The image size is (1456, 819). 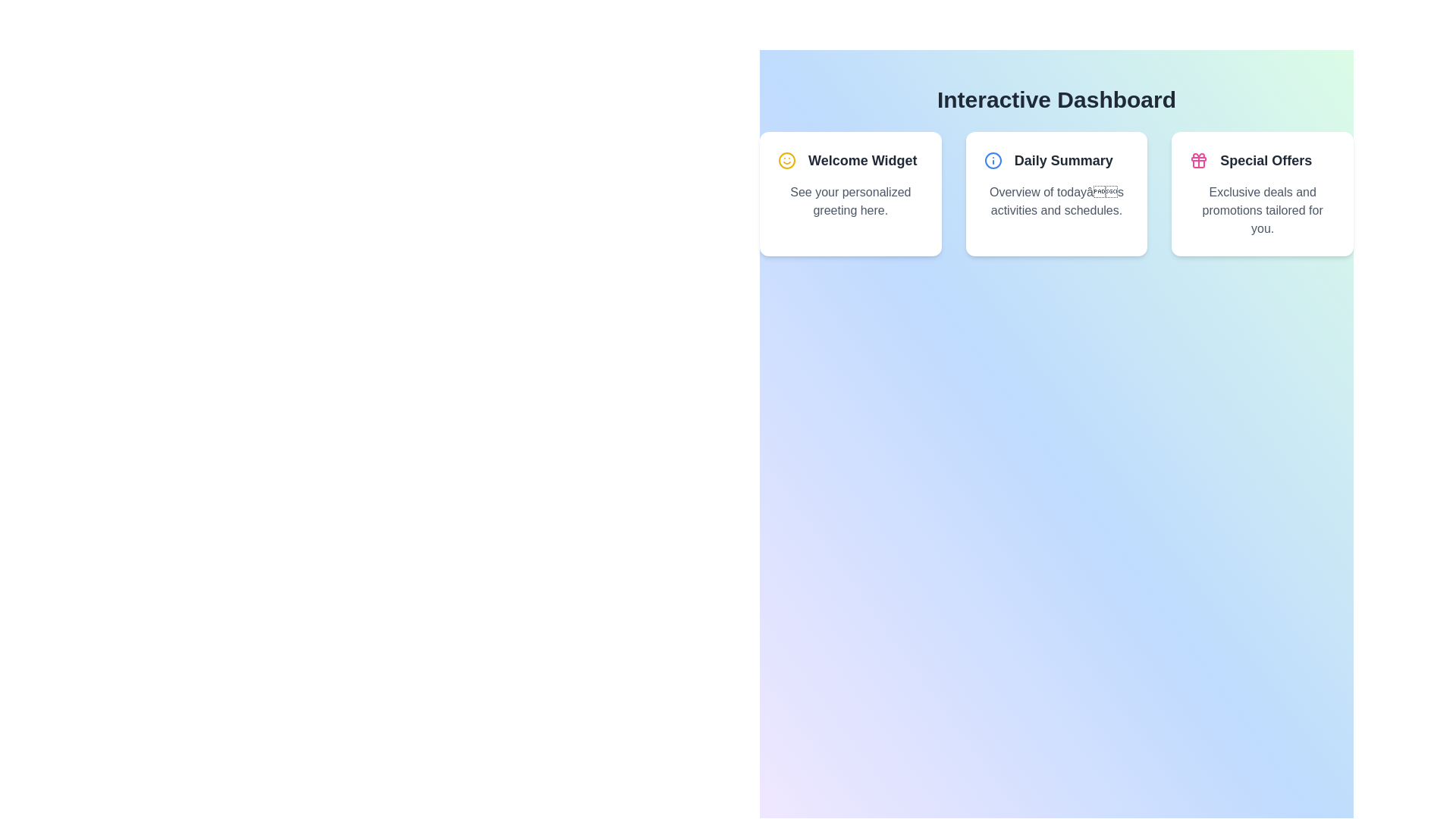 What do you see at coordinates (786, 161) in the screenshot?
I see `the Decorative Icon located at the leftmost side of the 'Welcome Widget' card, adjacent to the card's title text 'Welcome Widget'` at bounding box center [786, 161].